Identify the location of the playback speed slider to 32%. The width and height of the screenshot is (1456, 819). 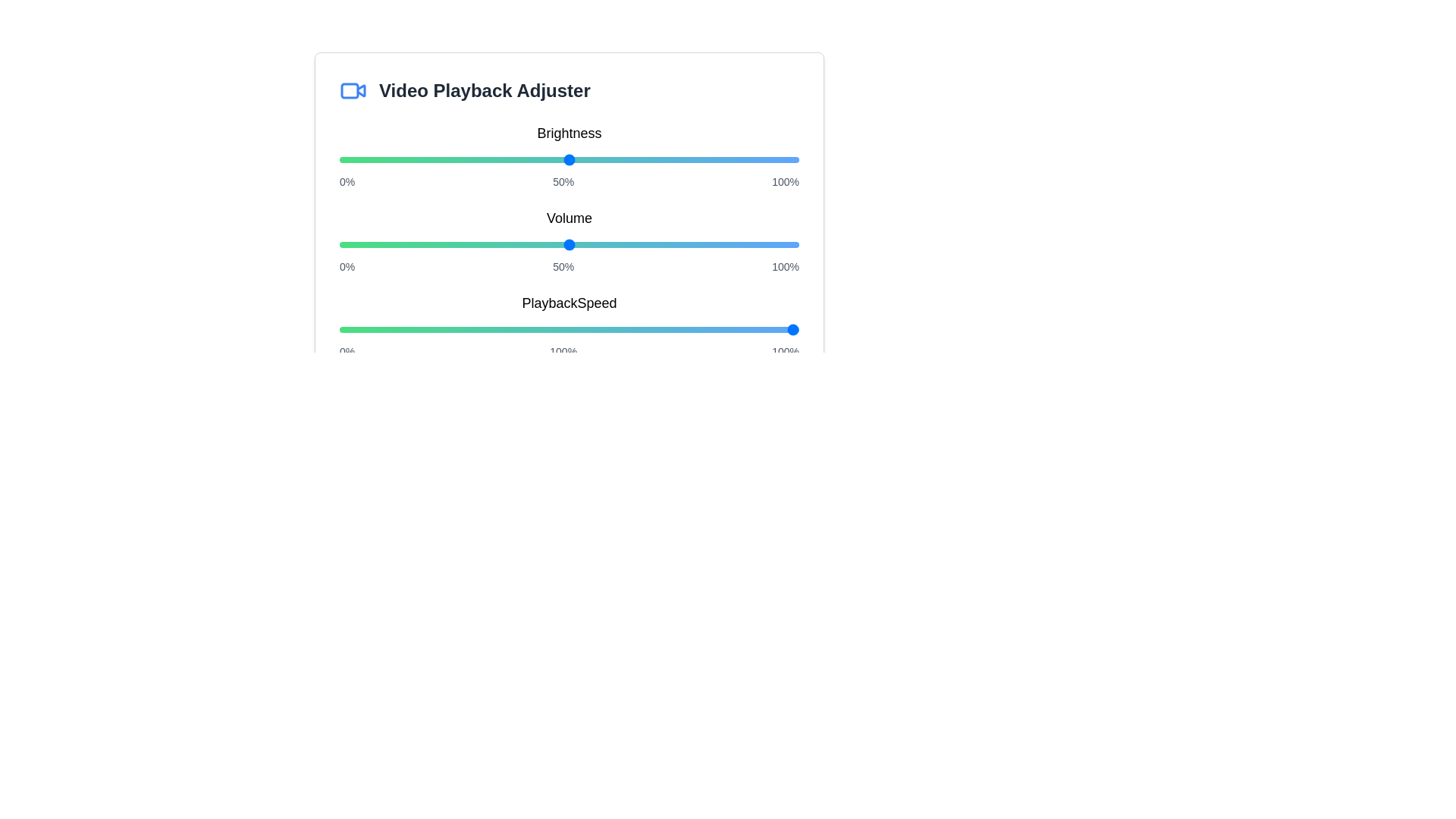
(486, 329).